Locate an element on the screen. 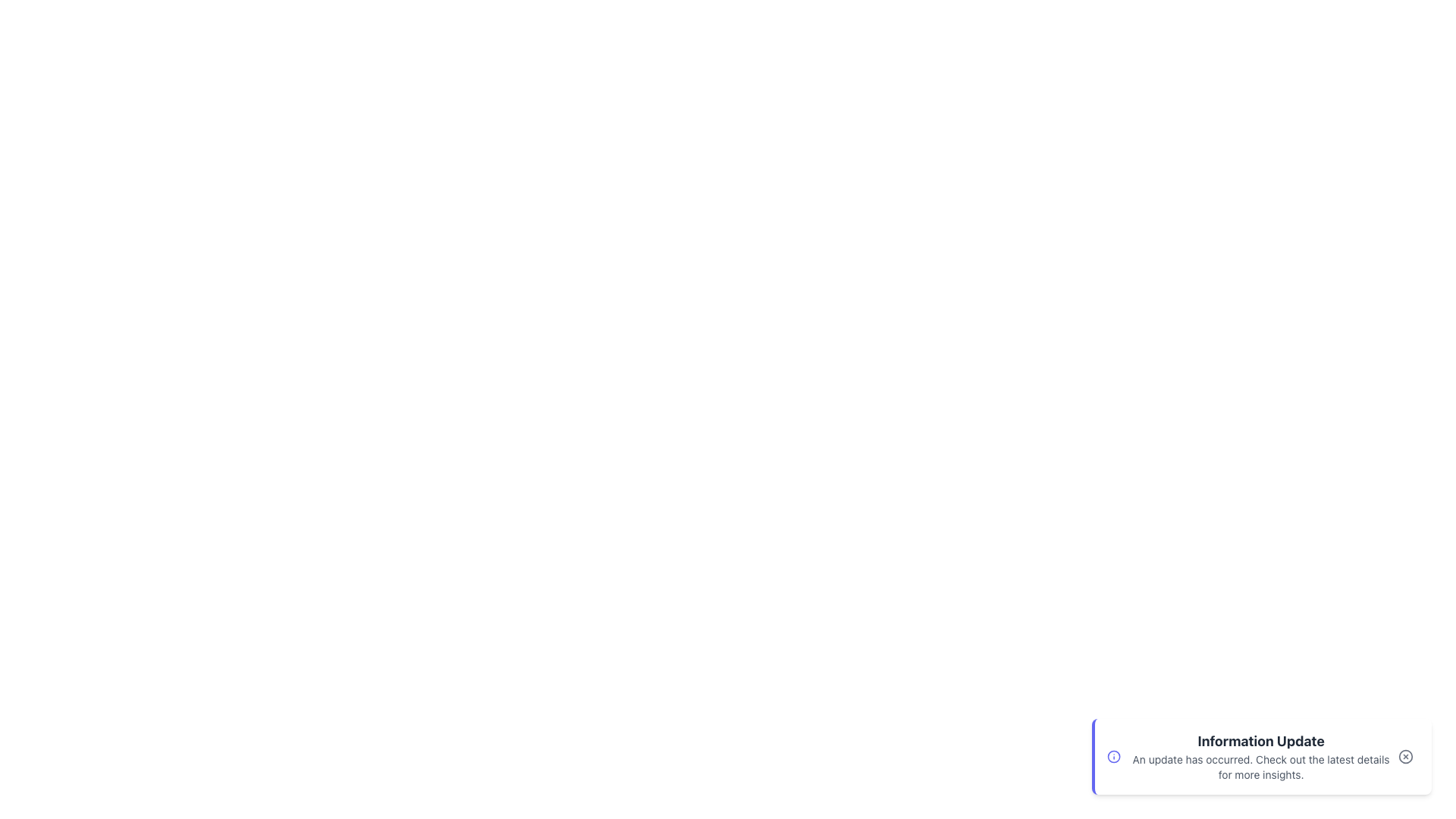 This screenshot has width=1456, height=819. the circular 'info' icon is located at coordinates (1114, 757).